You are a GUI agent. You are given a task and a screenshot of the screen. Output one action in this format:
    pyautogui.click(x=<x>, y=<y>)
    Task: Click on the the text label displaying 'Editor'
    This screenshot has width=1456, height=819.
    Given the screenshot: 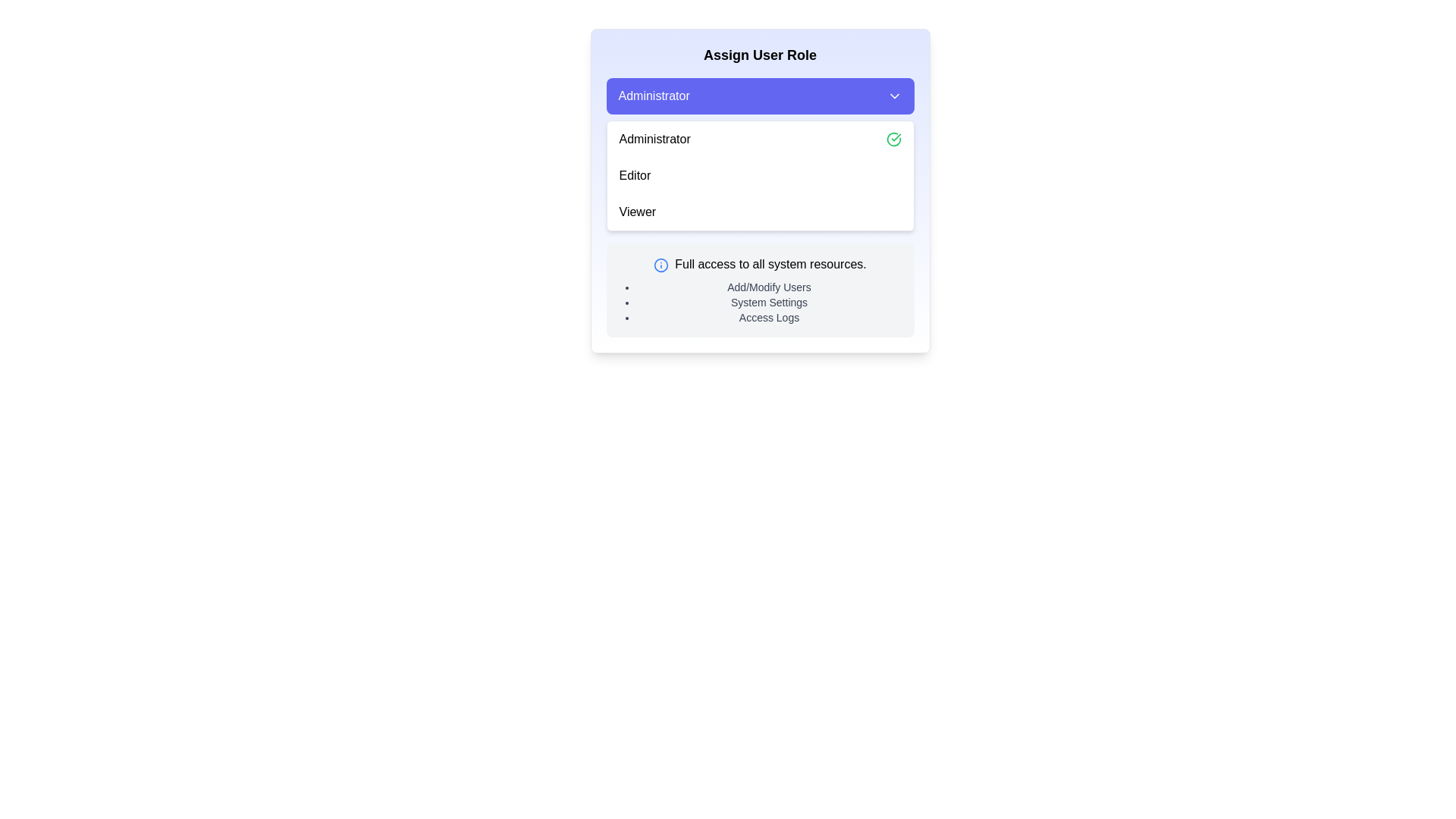 What is the action you would take?
    pyautogui.click(x=635, y=174)
    